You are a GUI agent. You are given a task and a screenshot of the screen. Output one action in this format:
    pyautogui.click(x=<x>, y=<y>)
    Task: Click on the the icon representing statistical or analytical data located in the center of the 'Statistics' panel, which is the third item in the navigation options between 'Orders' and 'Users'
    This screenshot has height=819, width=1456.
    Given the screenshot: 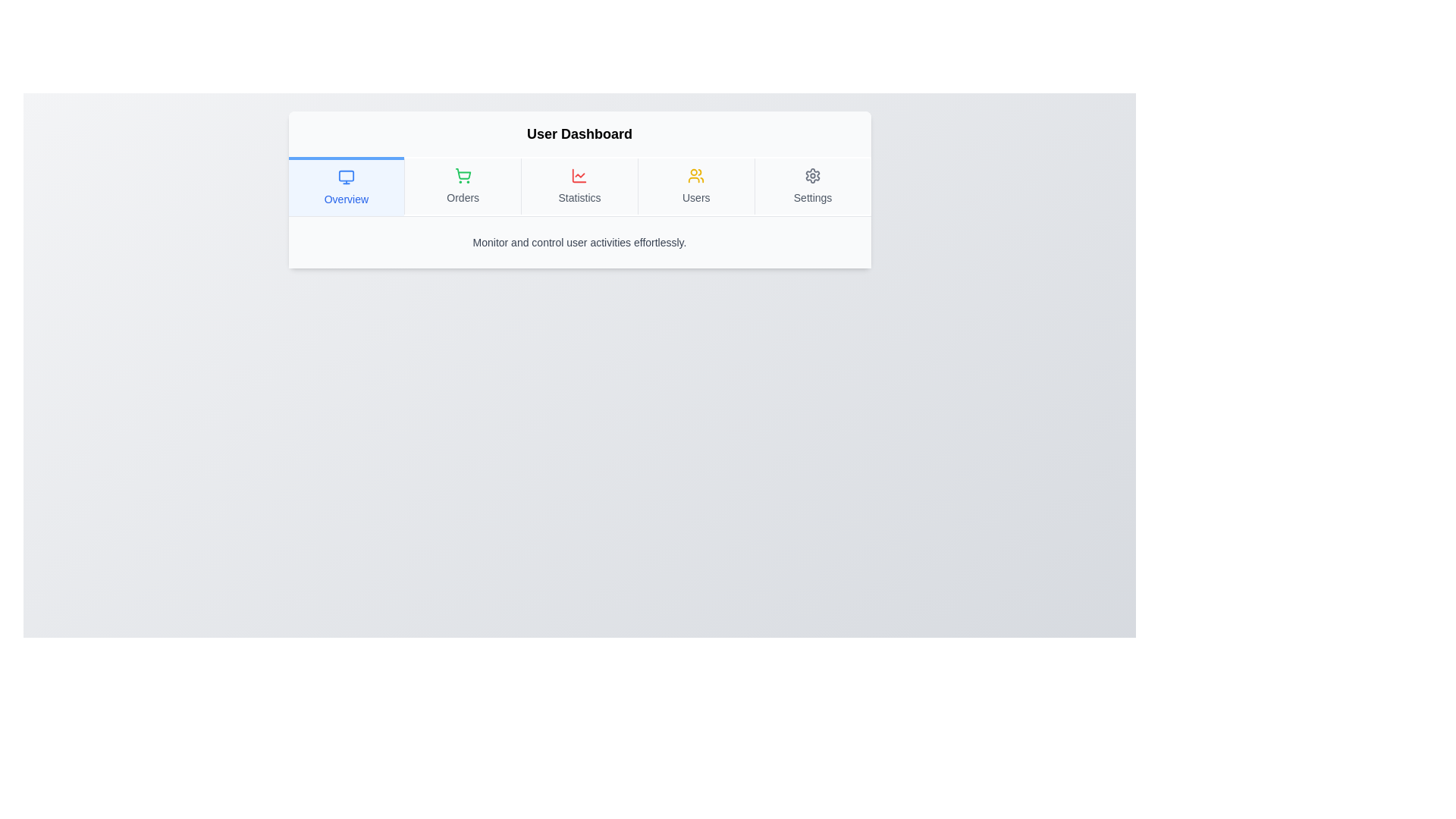 What is the action you would take?
    pyautogui.click(x=579, y=174)
    